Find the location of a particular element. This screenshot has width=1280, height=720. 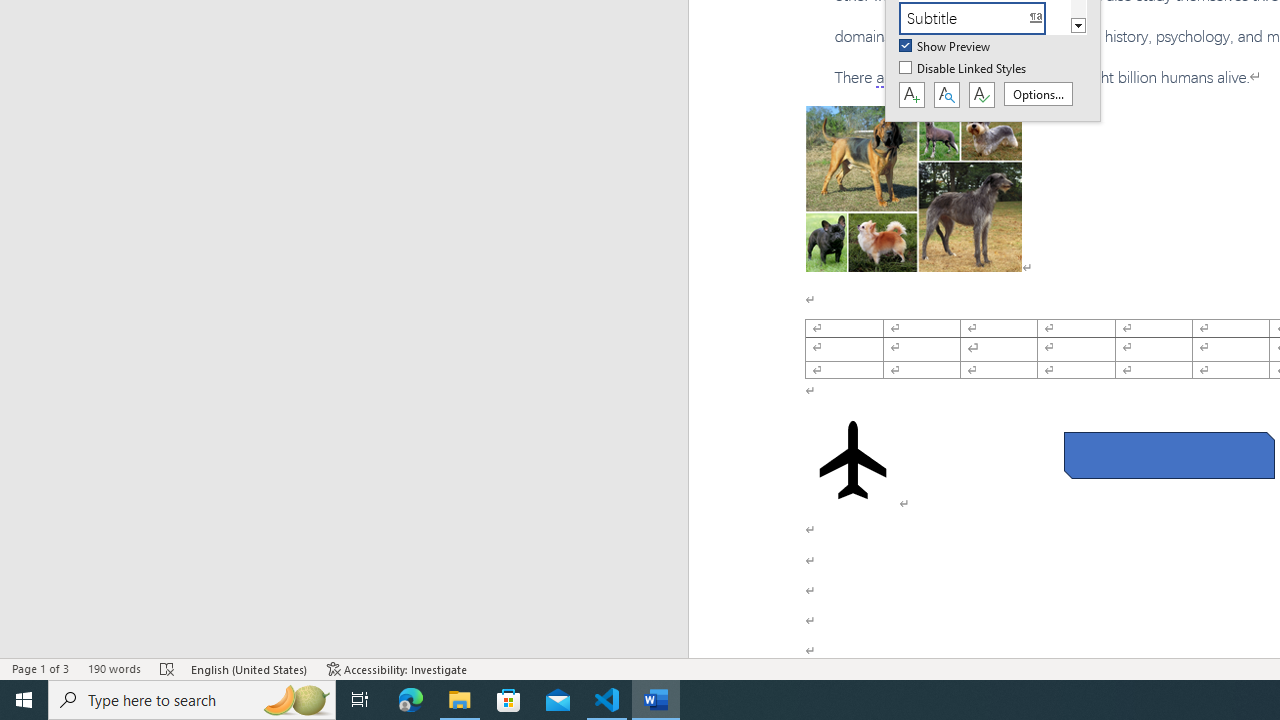

'Rectangle: Diagonal Corners Snipped 2' is located at coordinates (1169, 455).